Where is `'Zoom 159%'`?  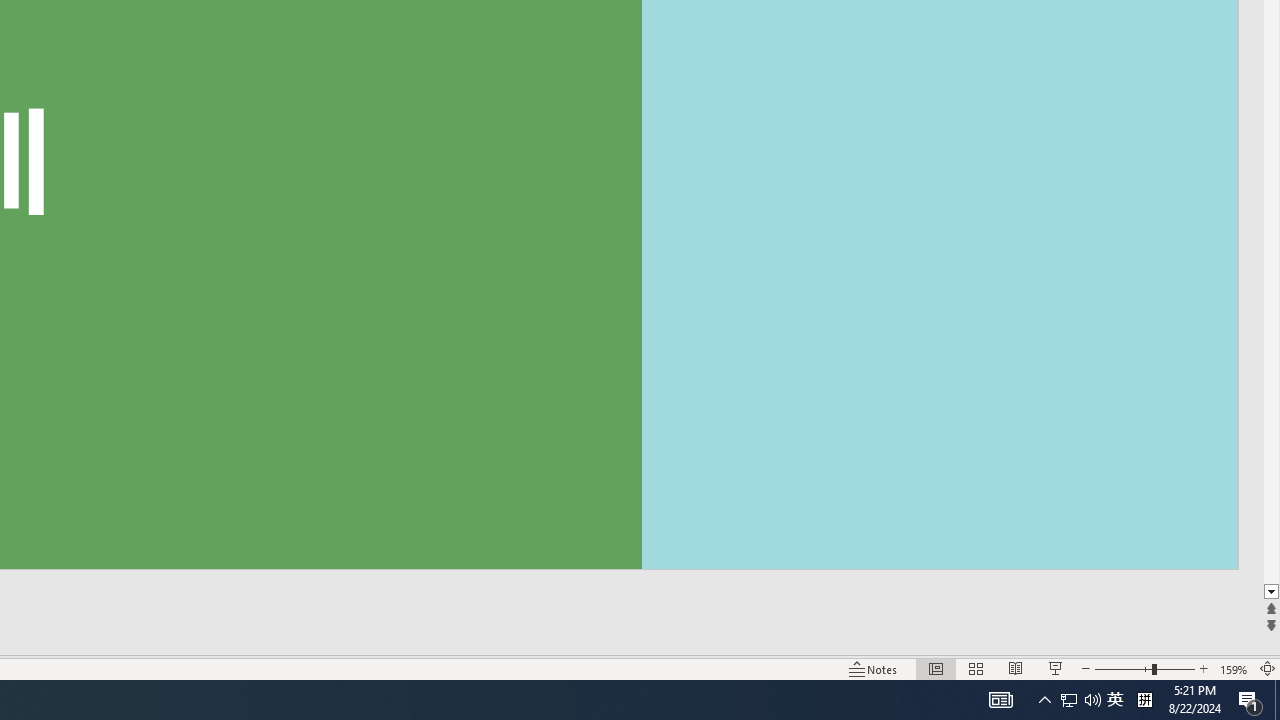
'Zoom 159%' is located at coordinates (1233, 669).